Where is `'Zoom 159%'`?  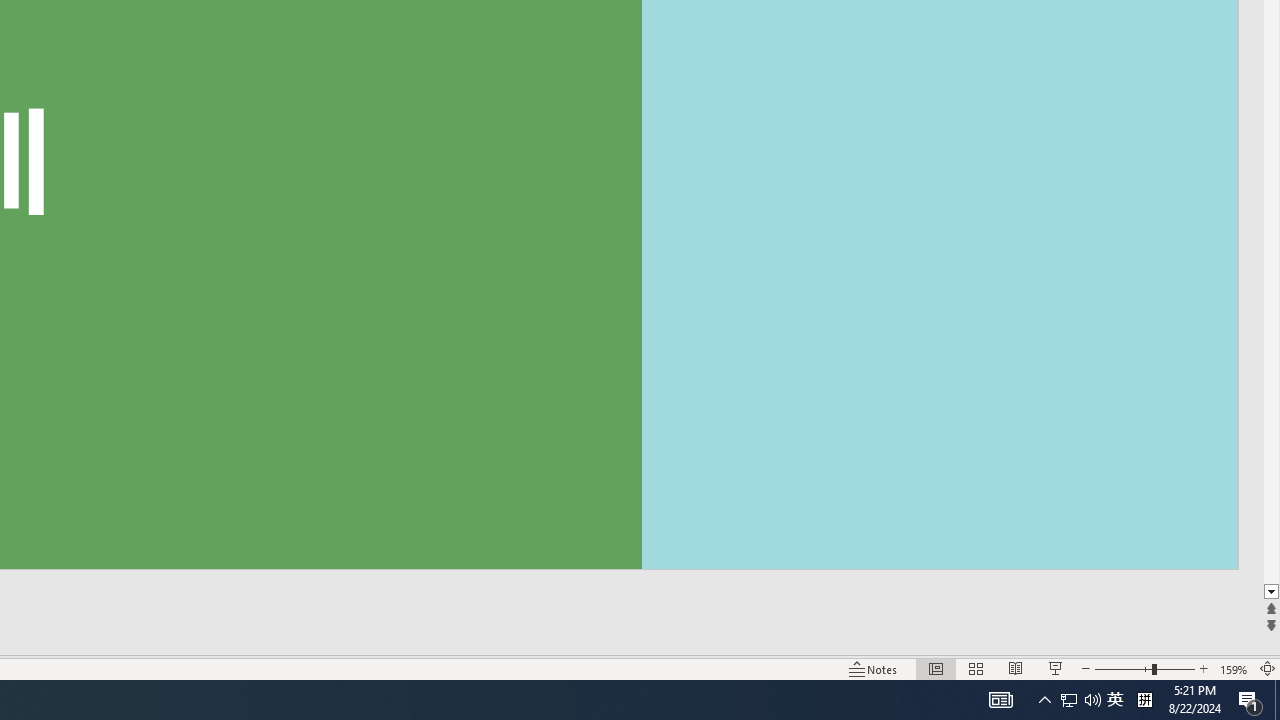
'Zoom 159%' is located at coordinates (1233, 669).